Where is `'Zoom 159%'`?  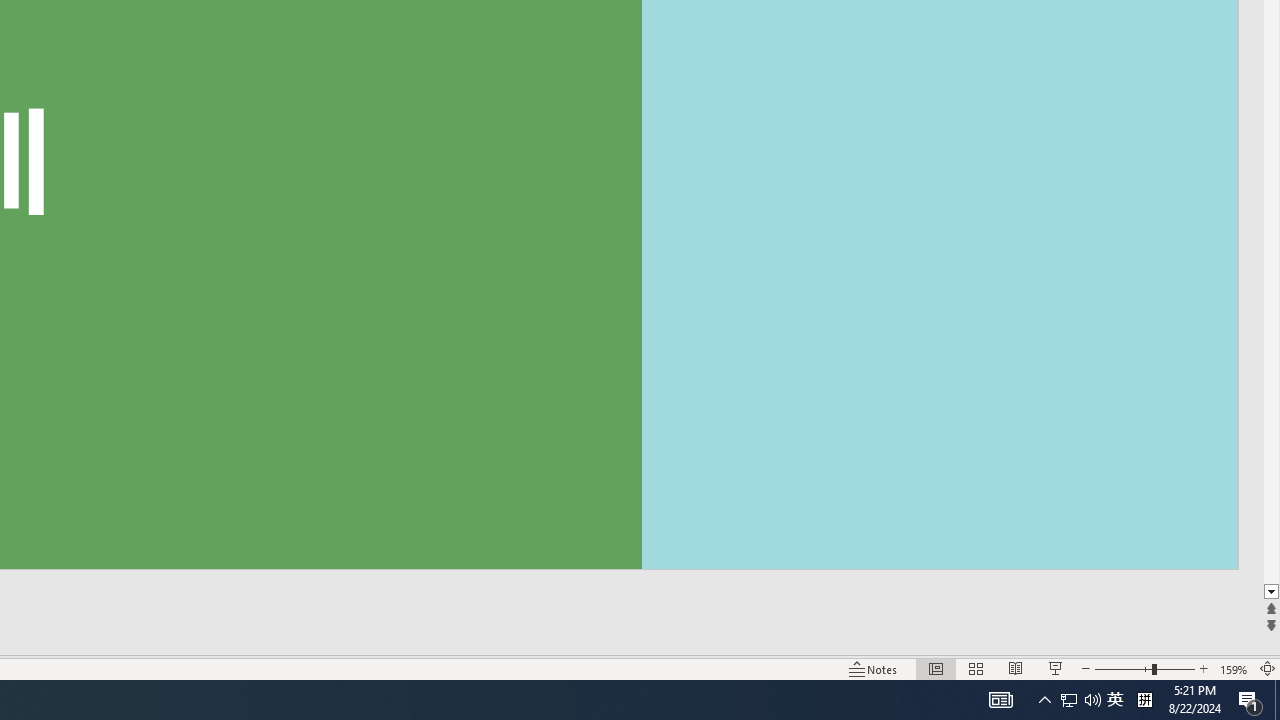
'Zoom 159%' is located at coordinates (1233, 669).